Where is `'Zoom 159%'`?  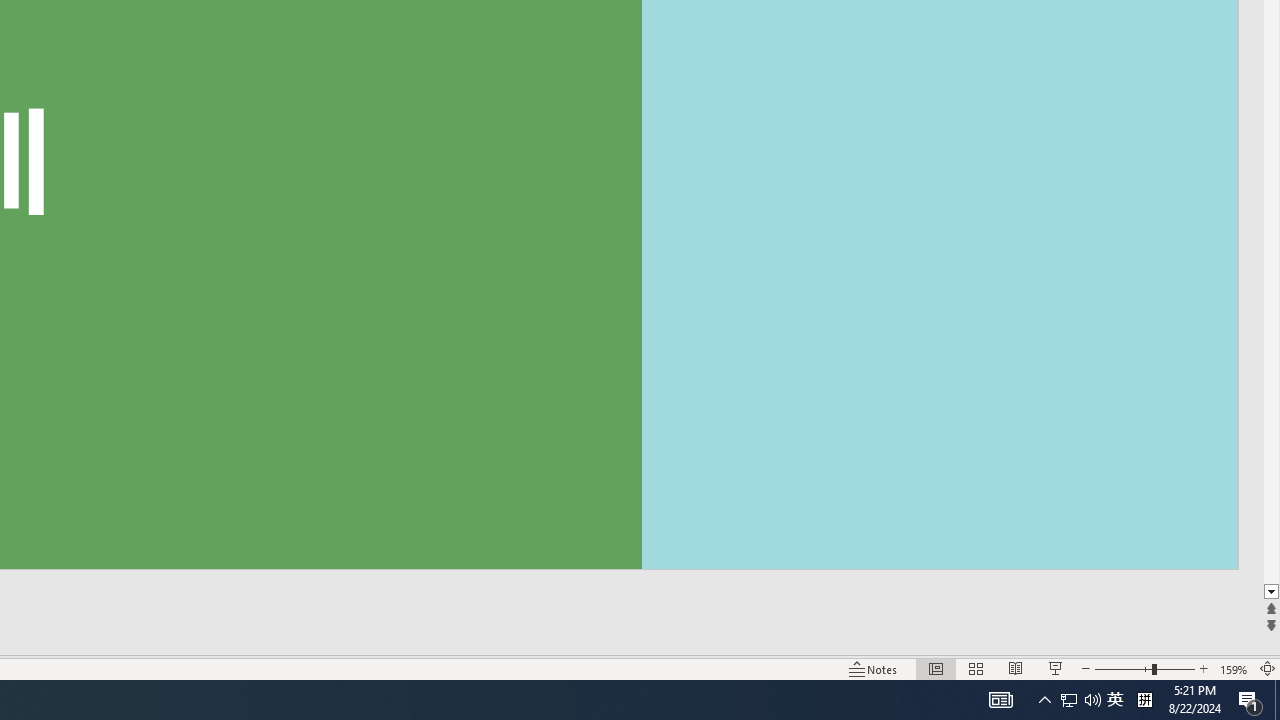
'Zoom 159%' is located at coordinates (1233, 669).